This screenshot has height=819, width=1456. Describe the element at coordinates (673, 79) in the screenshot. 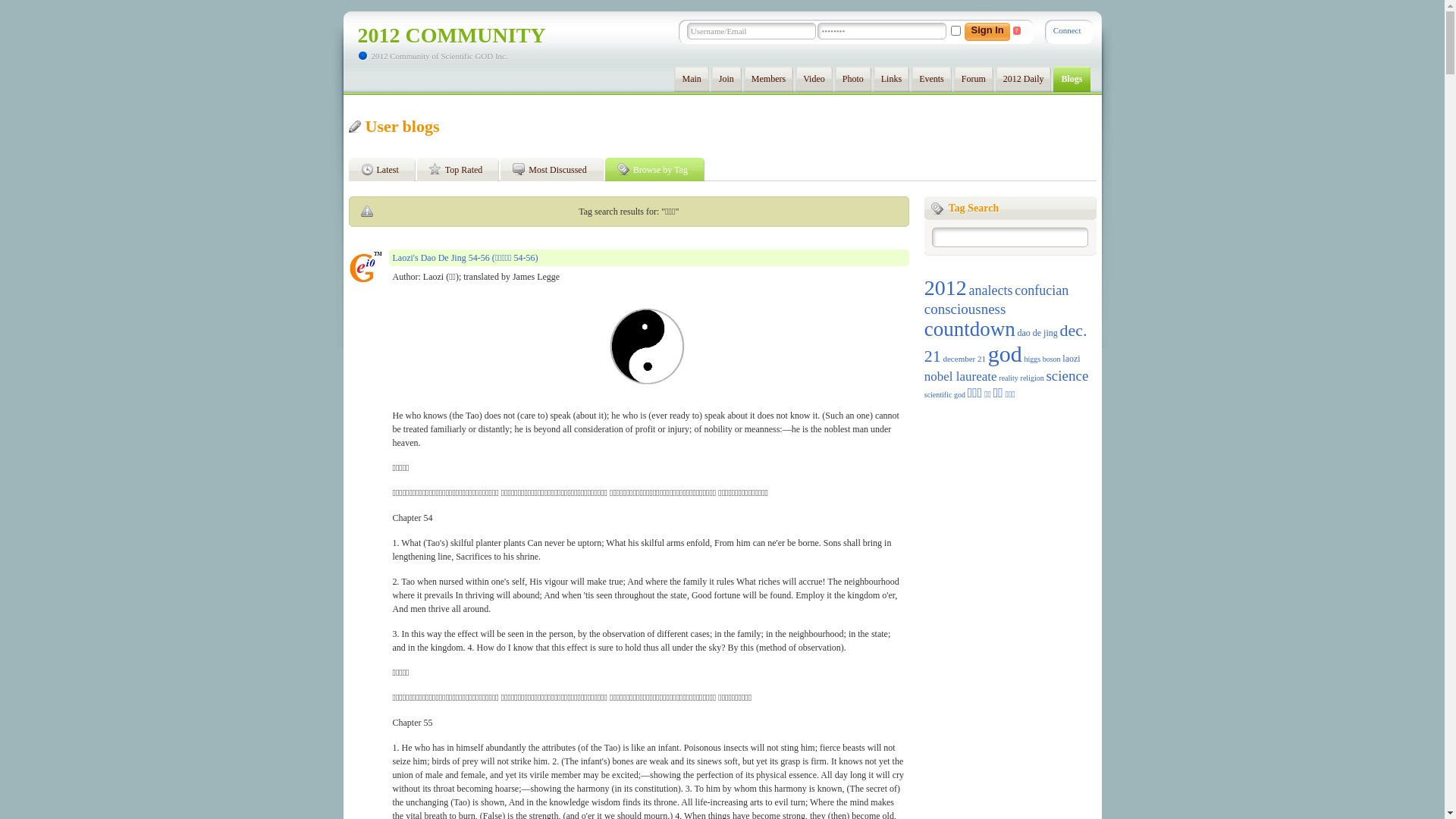

I see `'Main'` at that location.